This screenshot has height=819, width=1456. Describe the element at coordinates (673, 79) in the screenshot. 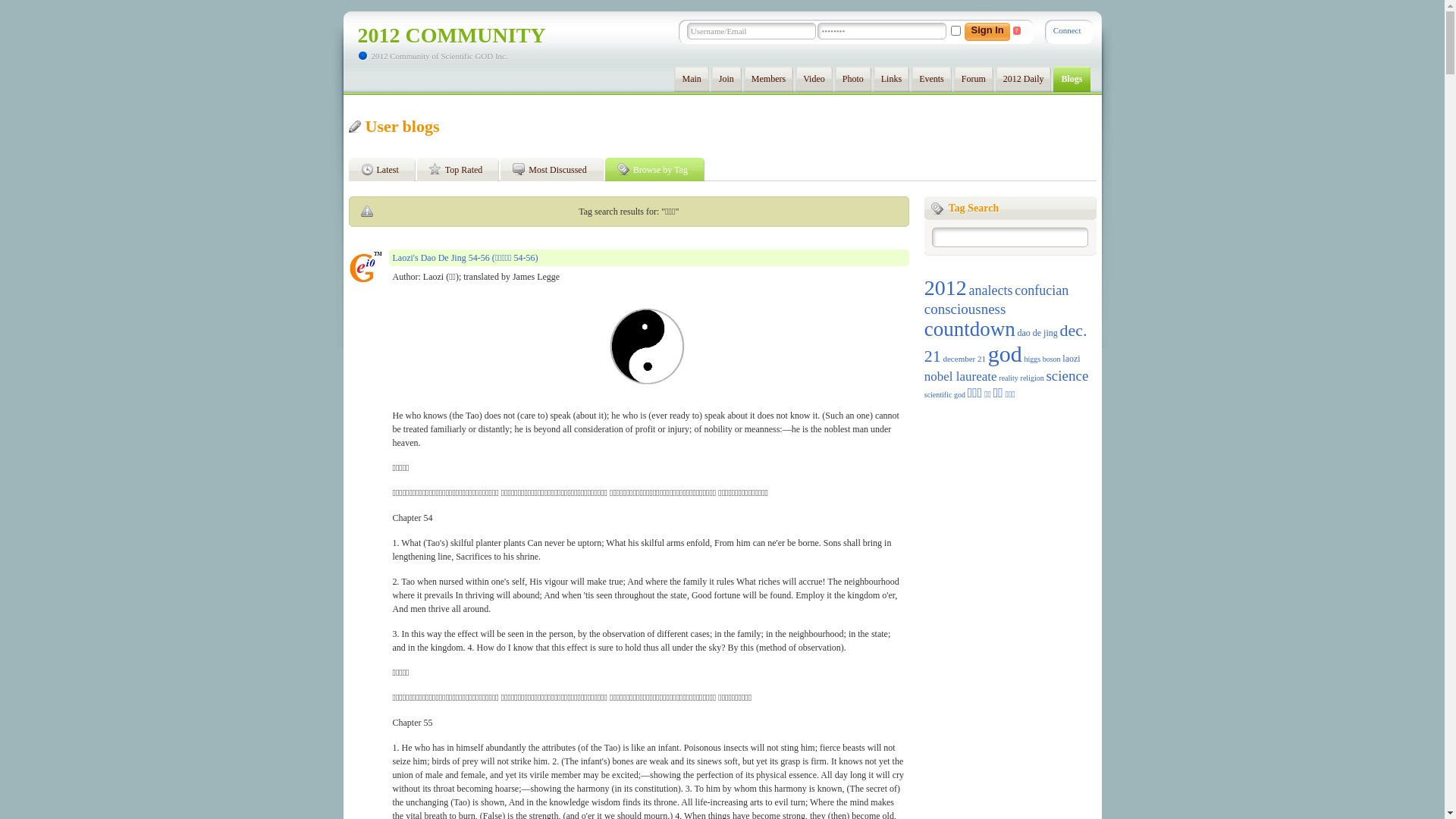

I see `'Main'` at that location.